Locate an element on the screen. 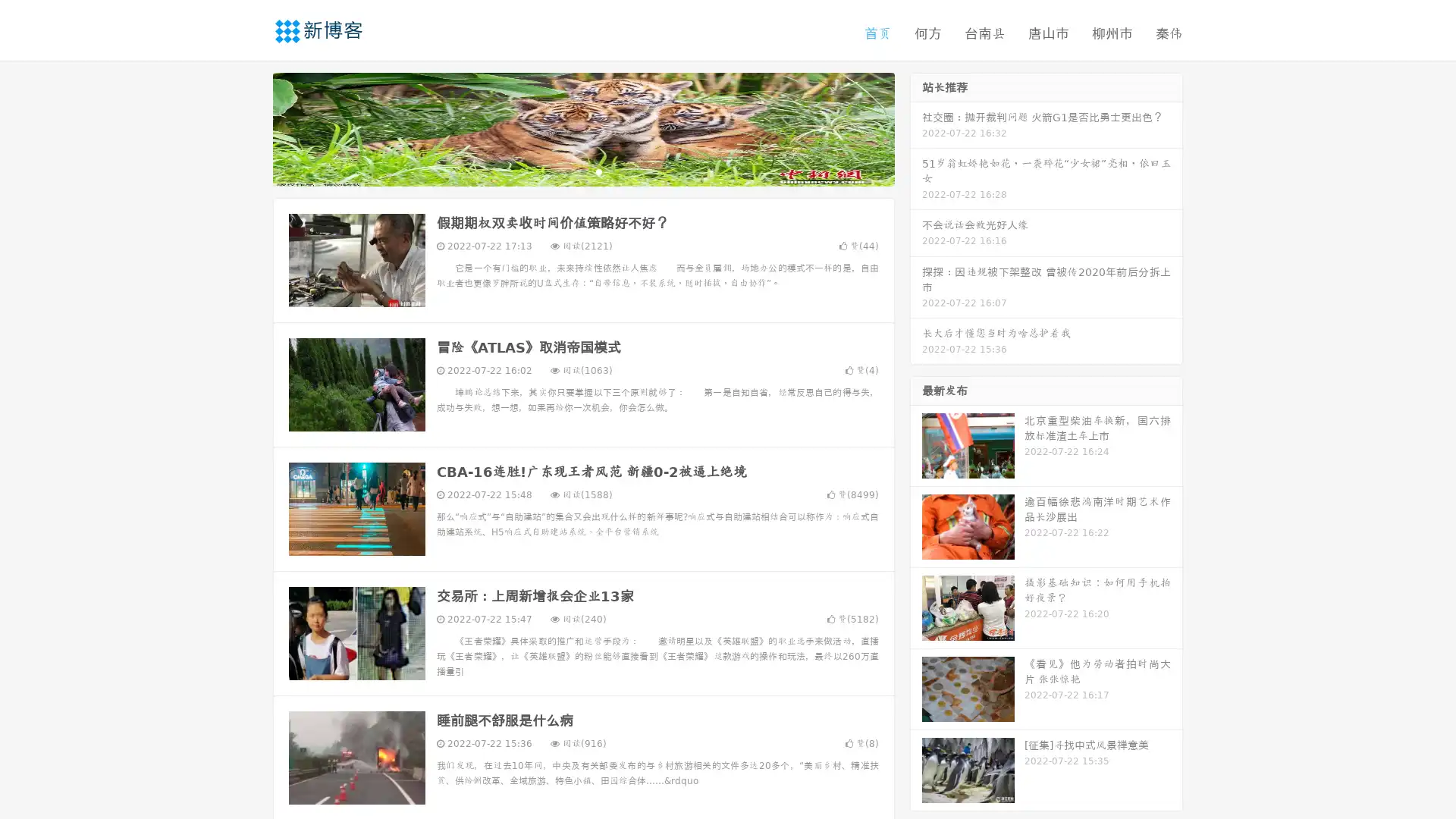  Go to slide 2 is located at coordinates (582, 171).